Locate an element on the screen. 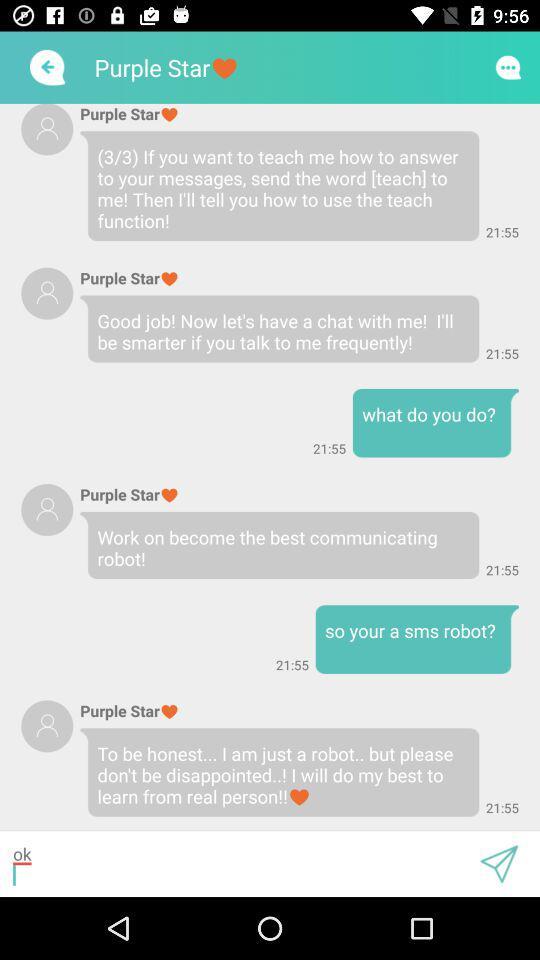  chat options is located at coordinates (508, 67).